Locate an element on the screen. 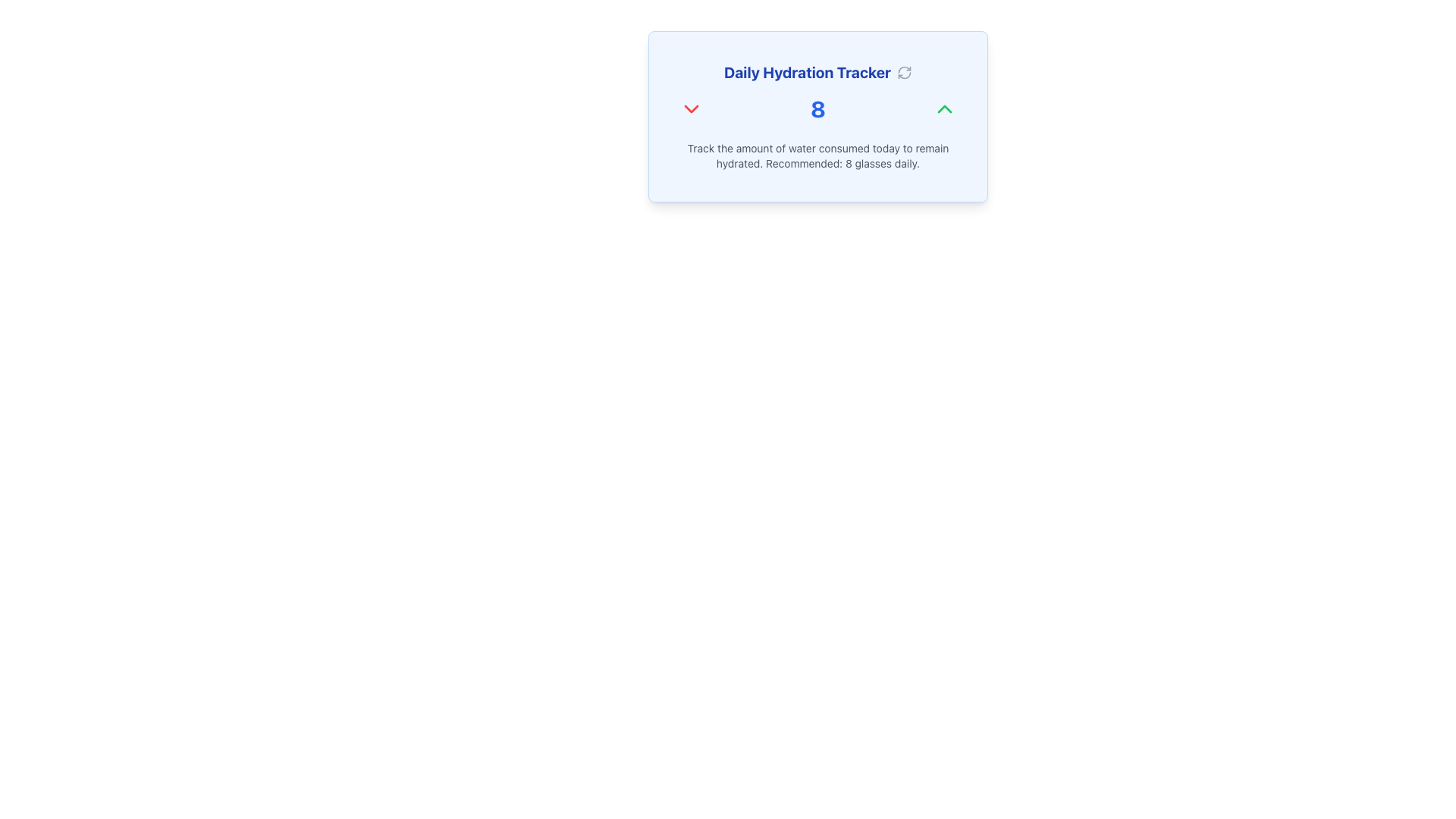 The height and width of the screenshot is (819, 1456). the decrement button in the Daily Hydration Tracker section, which is positioned to the left of the number '8' and the green upwards arrow icon is located at coordinates (691, 108).